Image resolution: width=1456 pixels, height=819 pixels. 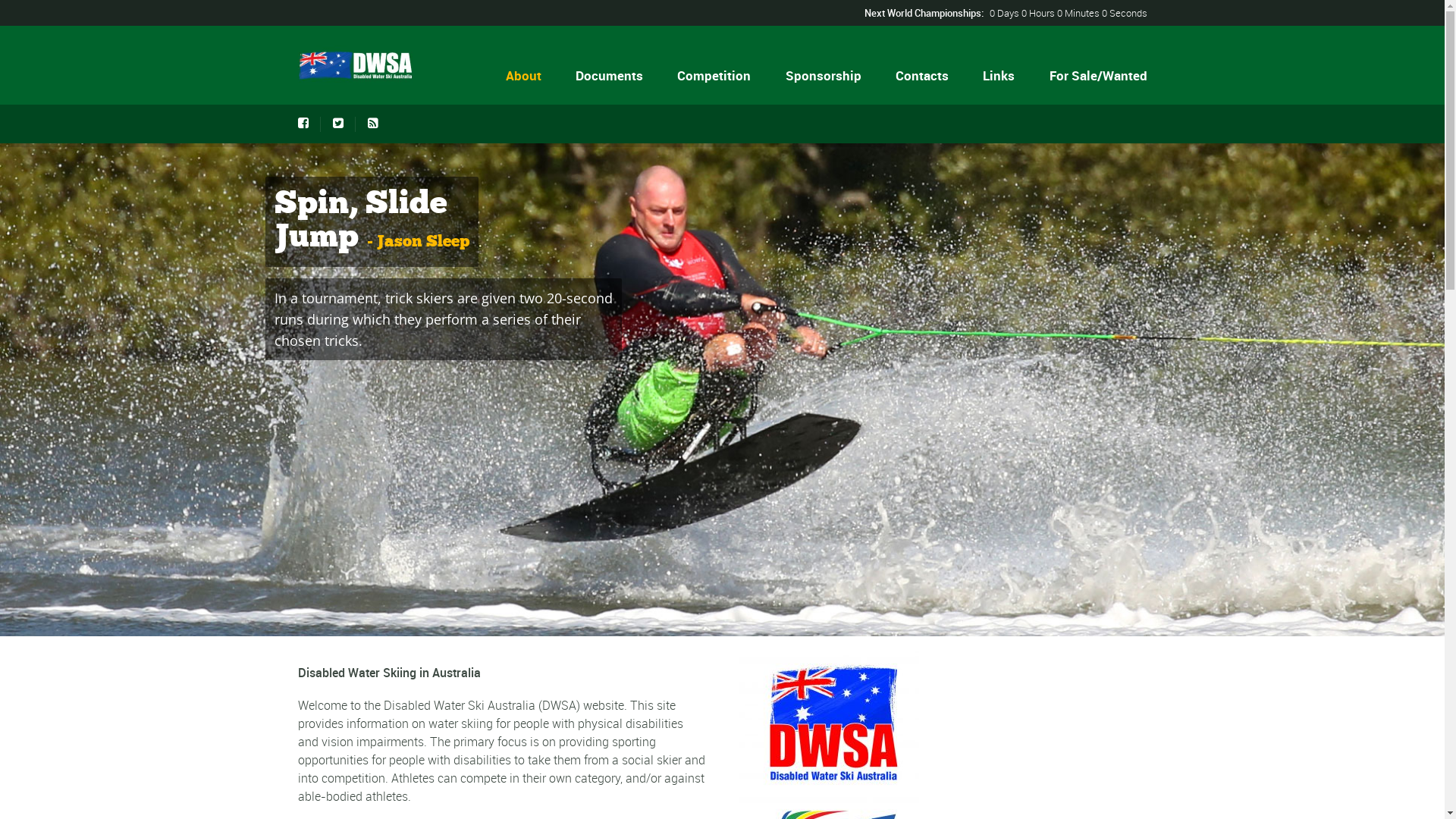 What do you see at coordinates (822, 75) in the screenshot?
I see `'Sponsorship'` at bounding box center [822, 75].